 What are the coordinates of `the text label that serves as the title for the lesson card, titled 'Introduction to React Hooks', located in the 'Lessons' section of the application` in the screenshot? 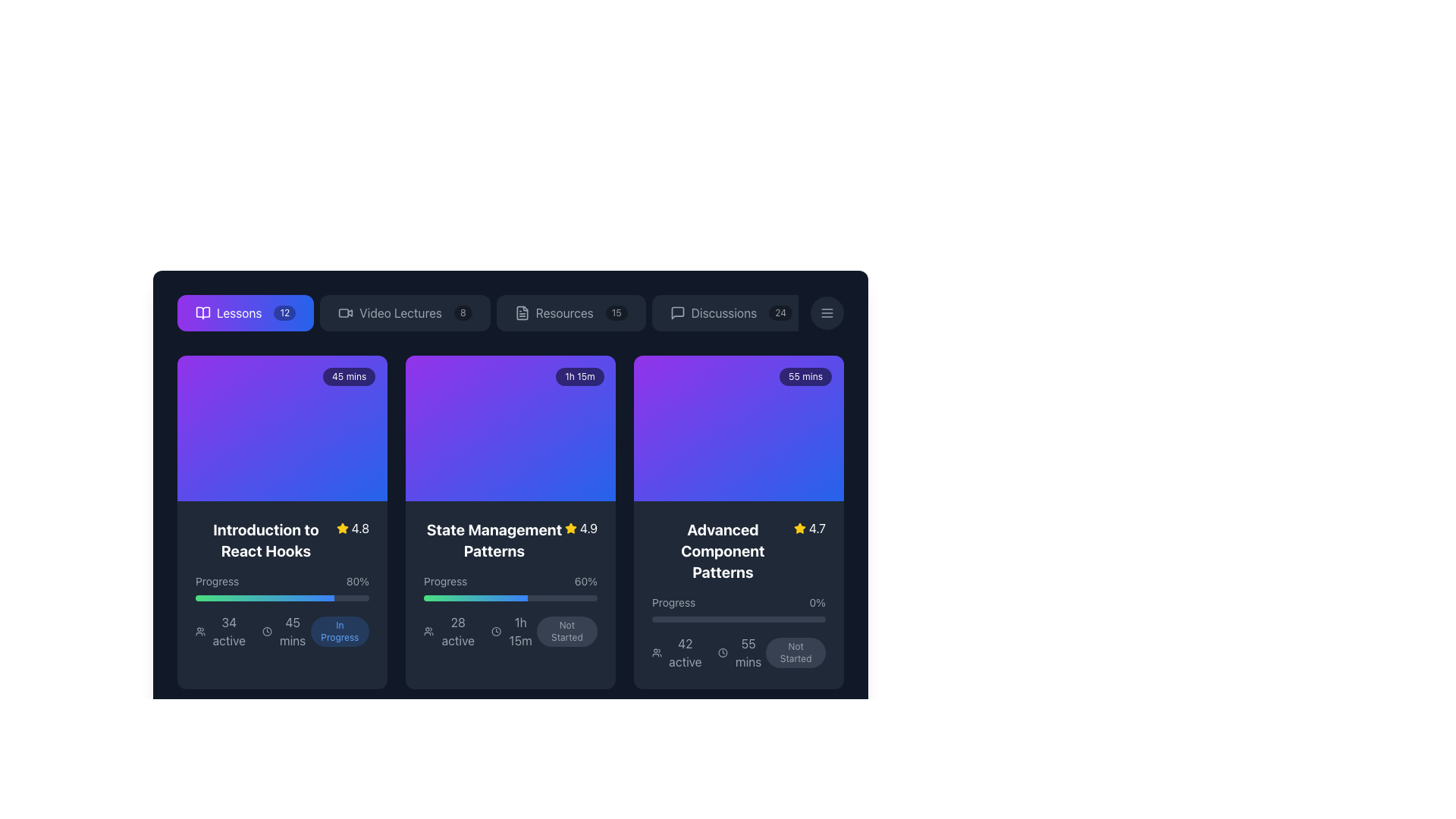 It's located at (265, 540).